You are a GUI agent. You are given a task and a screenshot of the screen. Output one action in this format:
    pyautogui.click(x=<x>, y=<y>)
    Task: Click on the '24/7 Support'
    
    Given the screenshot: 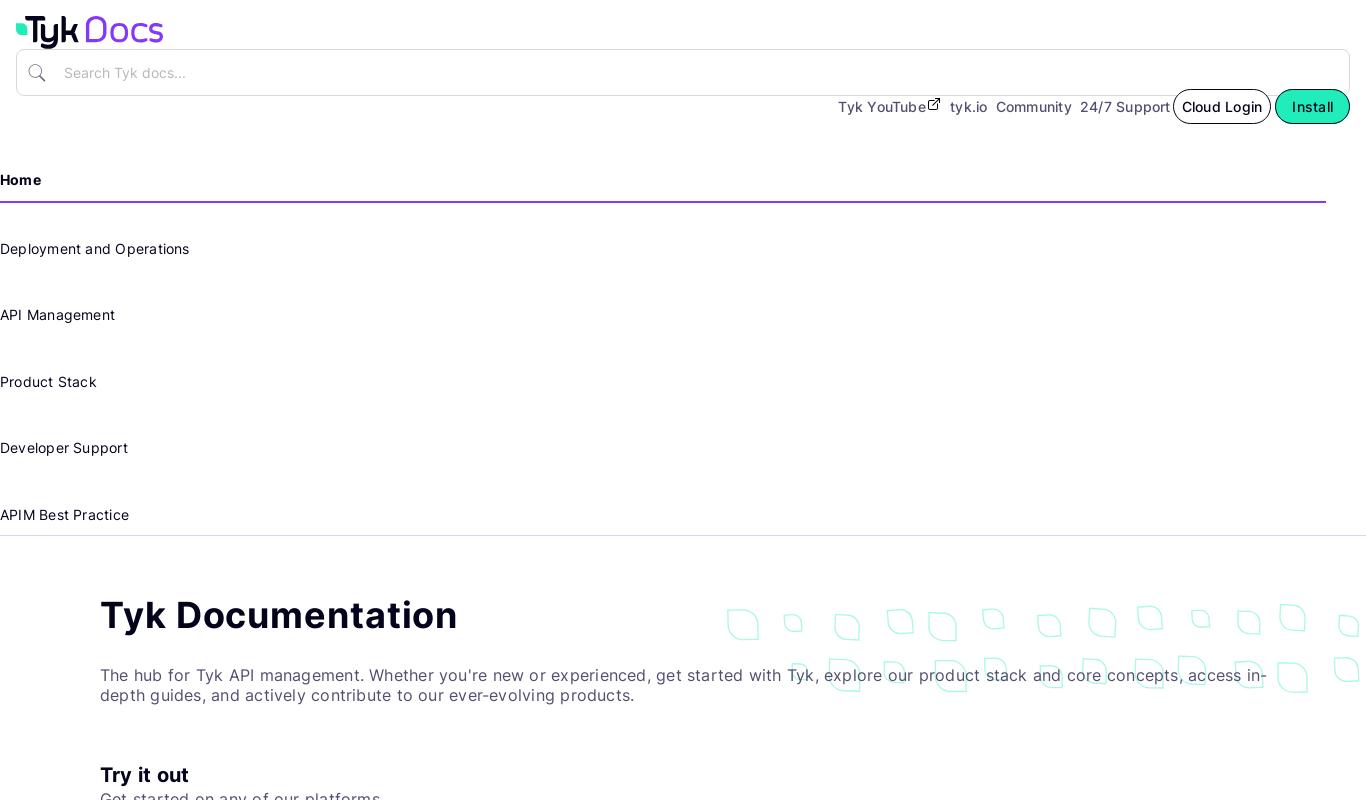 What is the action you would take?
    pyautogui.click(x=1124, y=104)
    